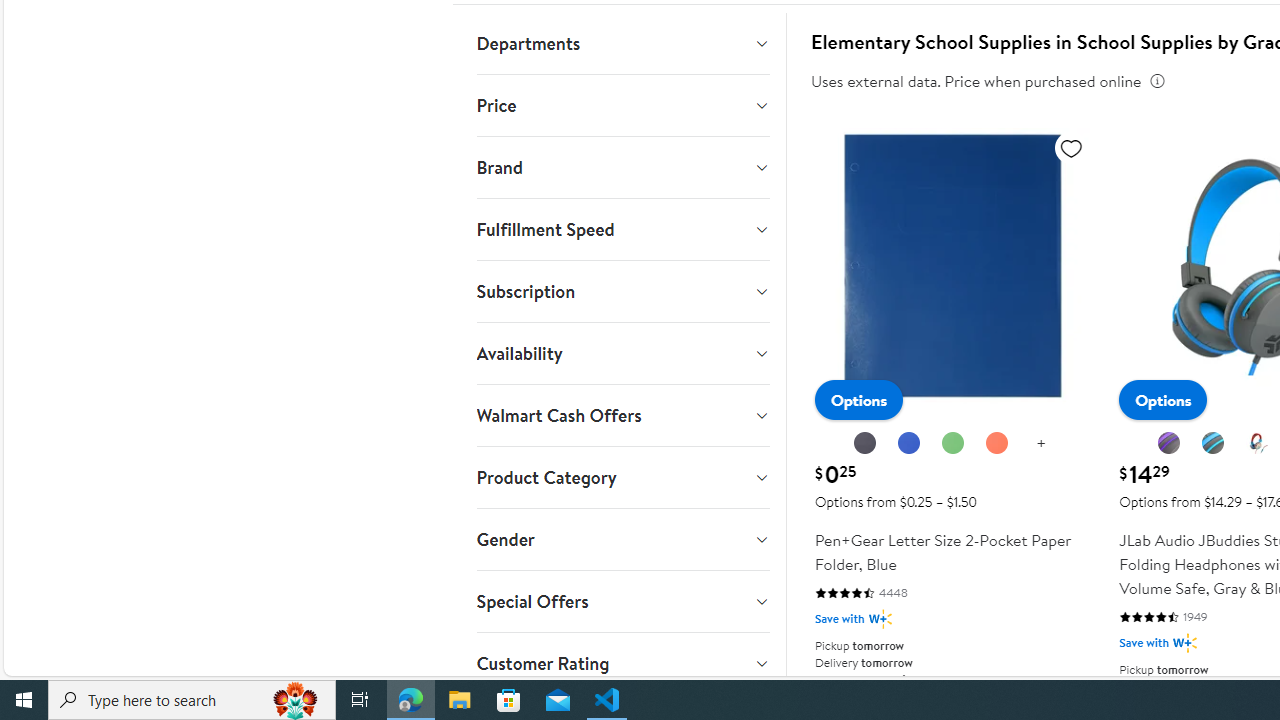  What do you see at coordinates (1157, 80) in the screenshot?
I see `'legal information'` at bounding box center [1157, 80].